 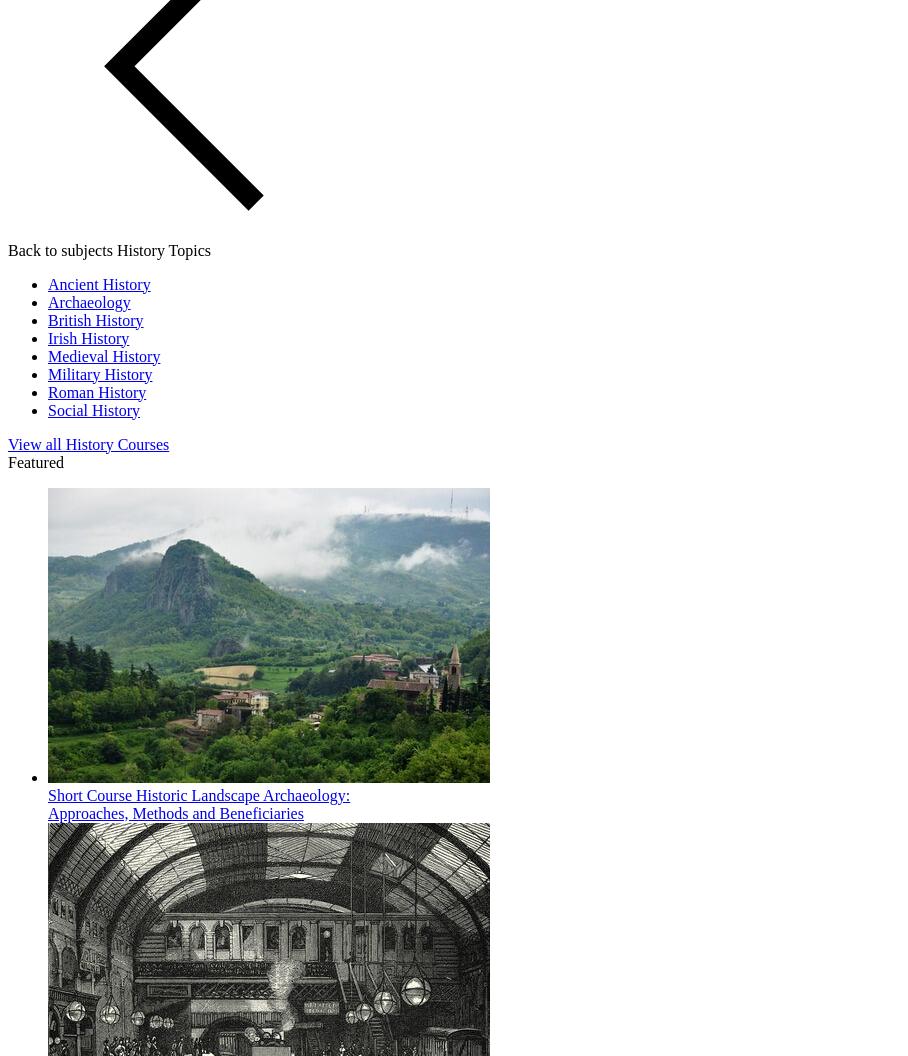 I want to click on 'Short Course', so click(x=88, y=794).